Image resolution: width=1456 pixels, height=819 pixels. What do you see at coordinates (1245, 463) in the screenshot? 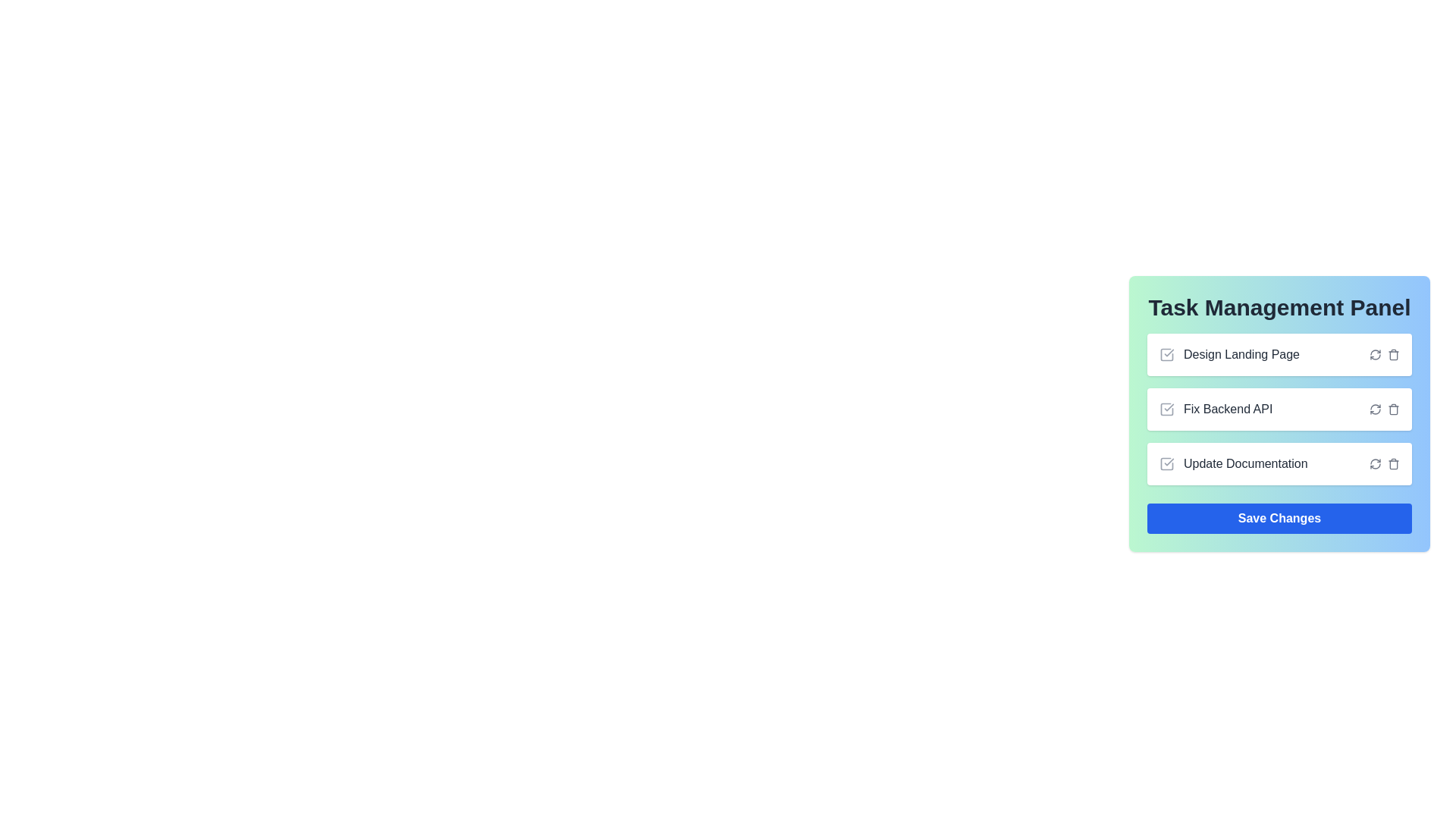
I see `the text label reading 'Update Documentation' located in the 'Task Management Panel', positioned to the right of a checkbox and before refresh and delete icons` at bounding box center [1245, 463].